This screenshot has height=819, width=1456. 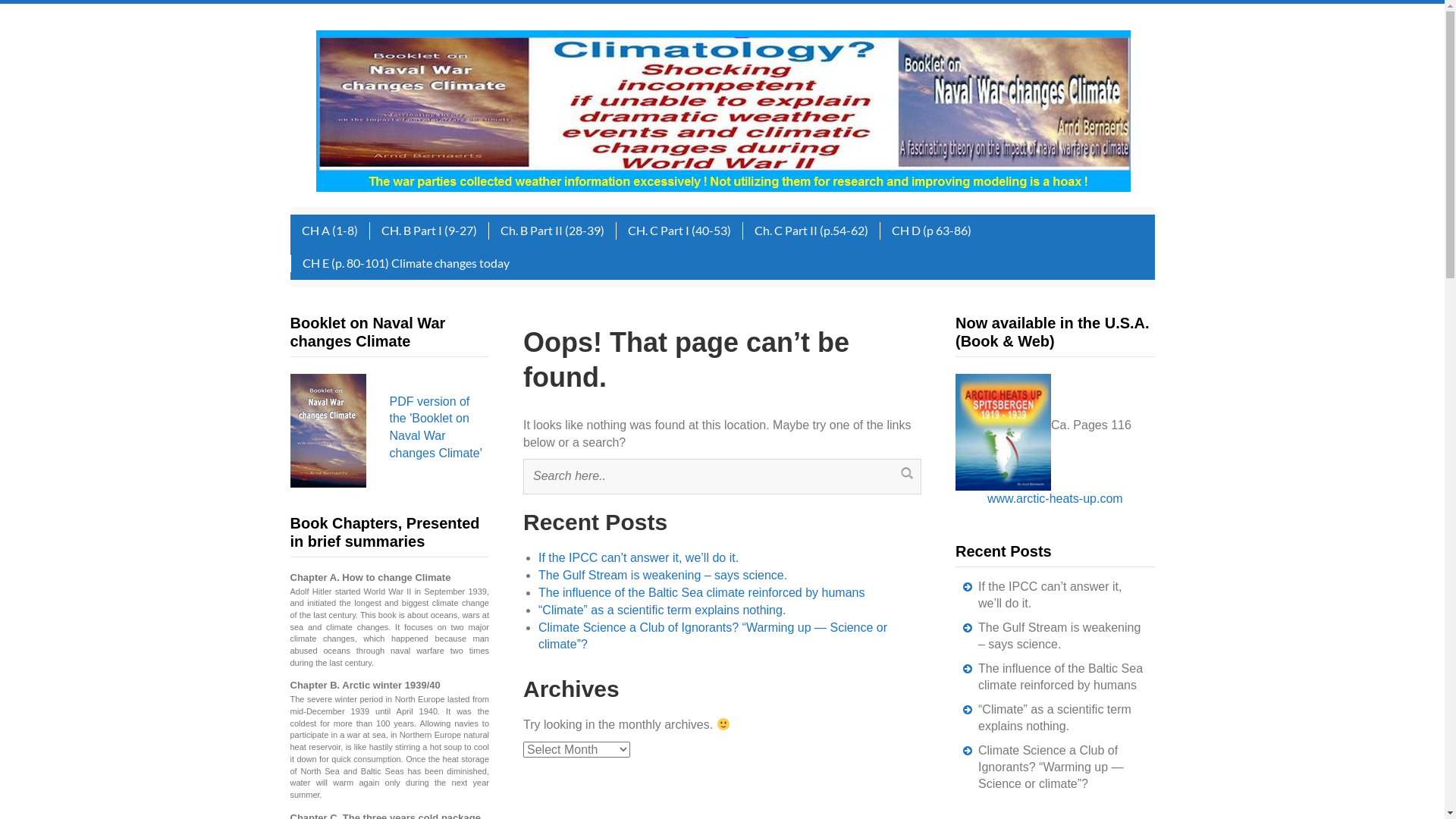 What do you see at coordinates (1059, 676) in the screenshot?
I see `'The influence of the Baltic Sea climate reinforced by humans'` at bounding box center [1059, 676].